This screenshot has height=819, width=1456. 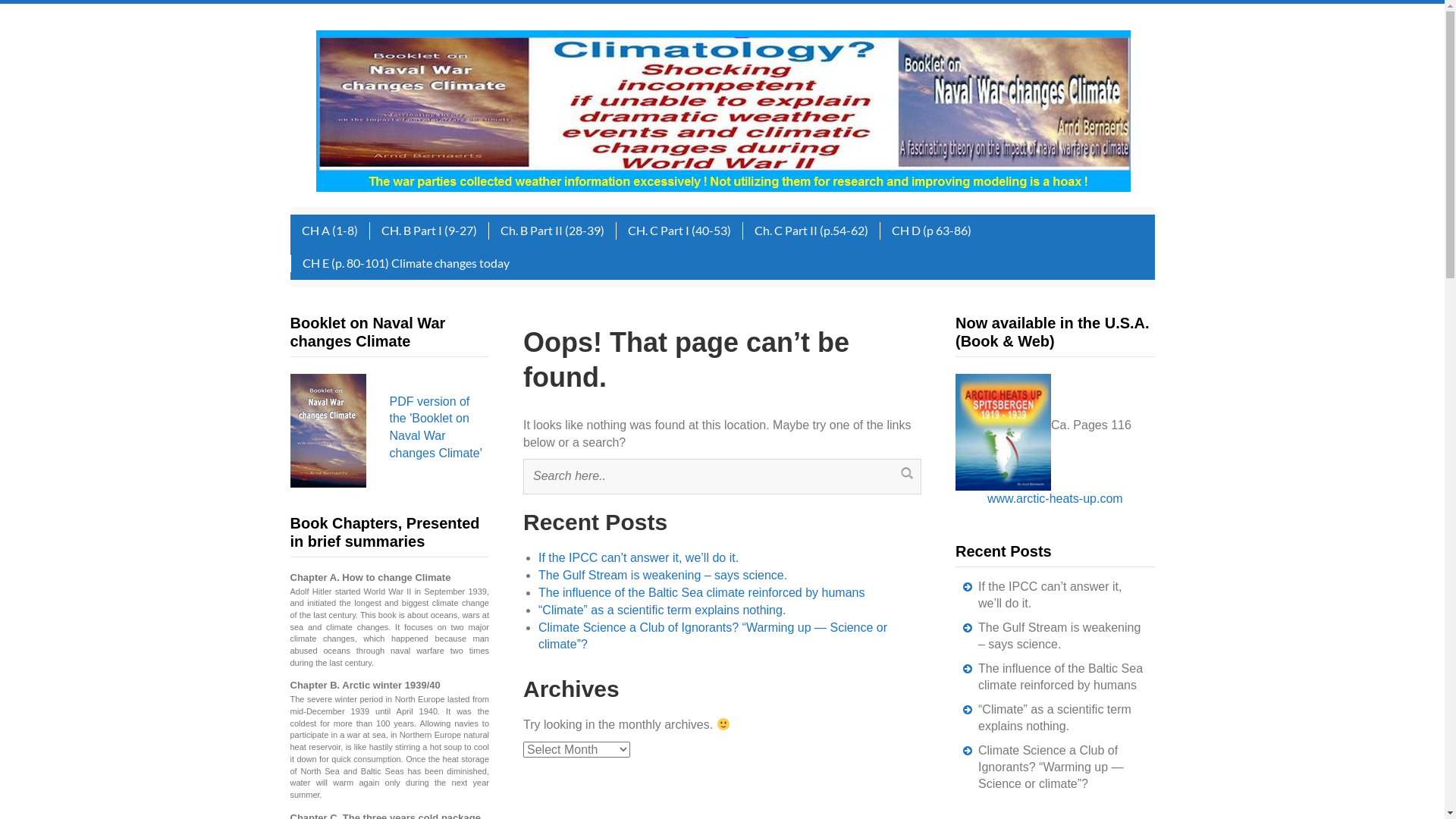 What do you see at coordinates (1059, 676) in the screenshot?
I see `'The influence of the Baltic Sea climate reinforced by humans'` at bounding box center [1059, 676].